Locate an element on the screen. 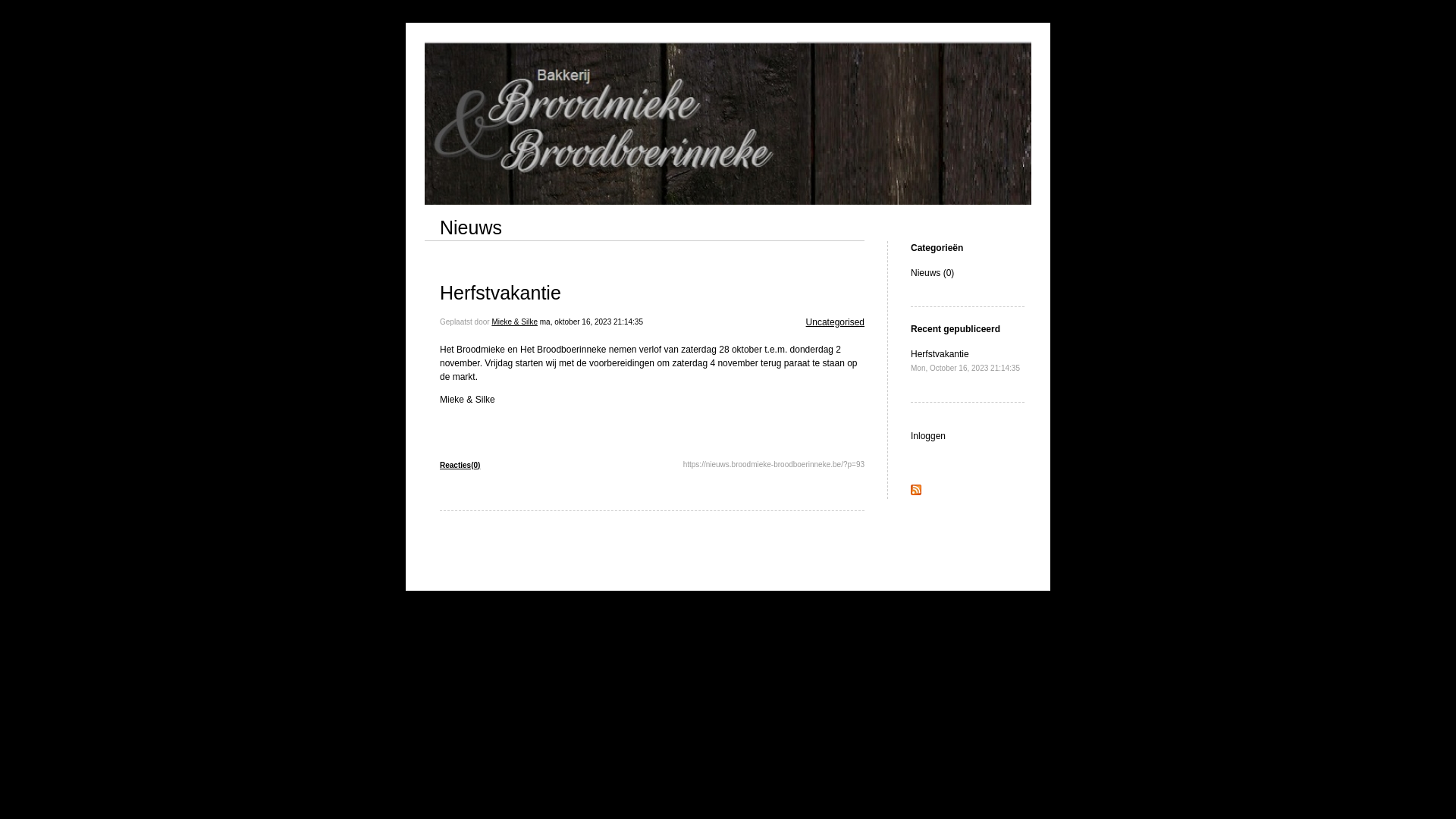  'Uncategorised' is located at coordinates (834, 321).